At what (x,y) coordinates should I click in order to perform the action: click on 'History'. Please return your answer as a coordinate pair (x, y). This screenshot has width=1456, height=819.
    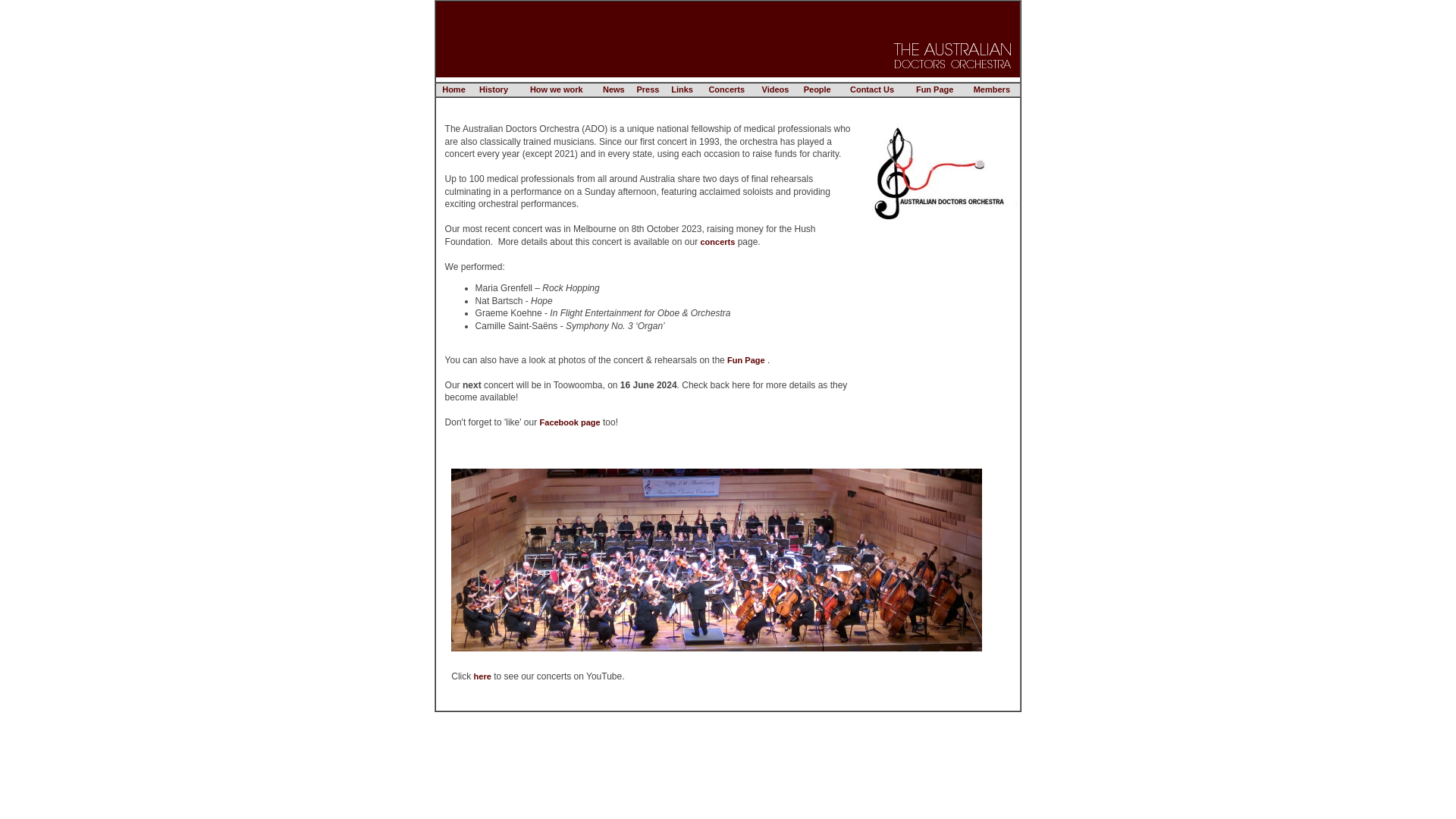
    Looking at the image, I should click on (494, 89).